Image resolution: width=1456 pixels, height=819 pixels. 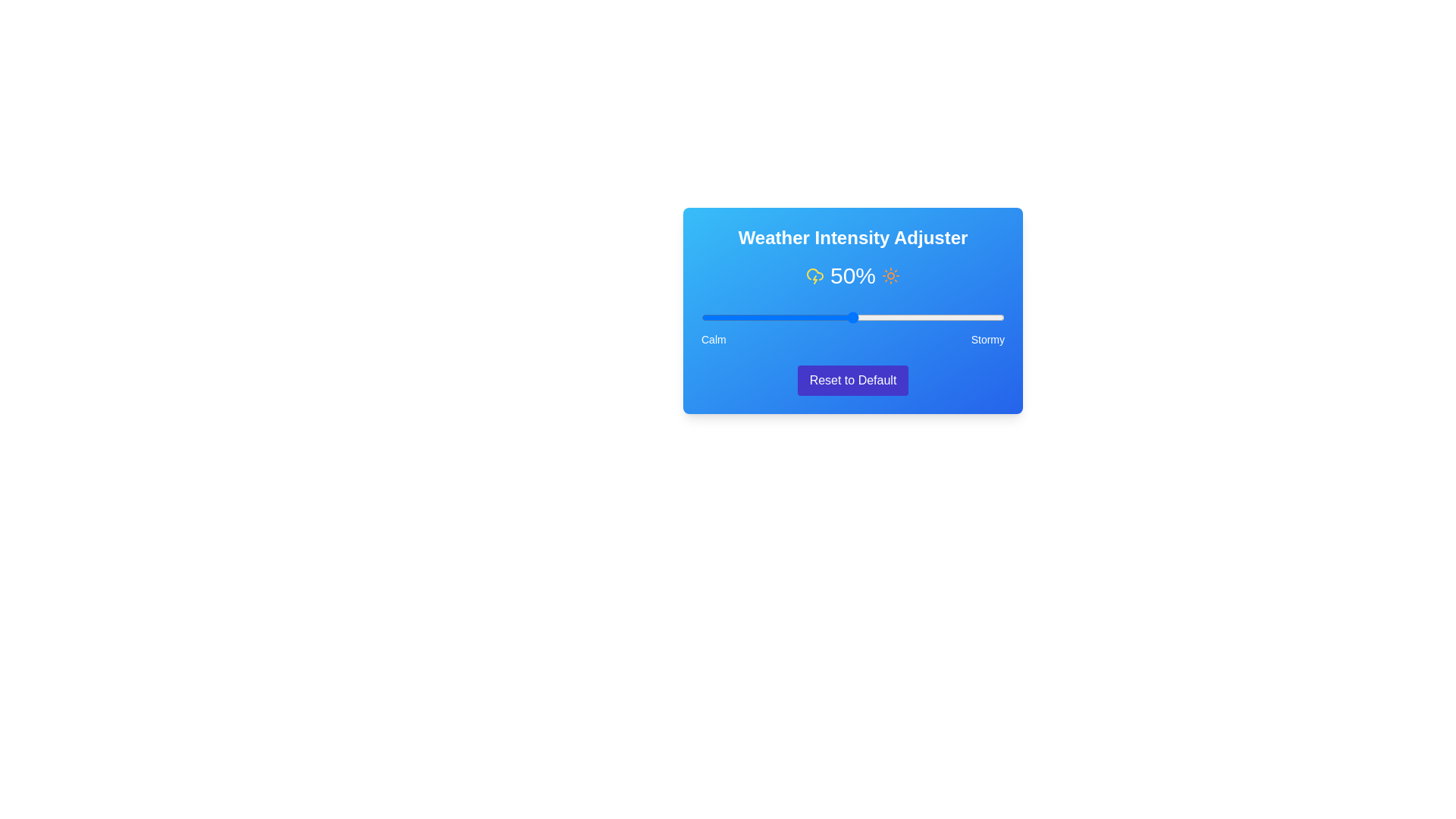 I want to click on the weather intensity slider to 91%, so click(x=977, y=317).